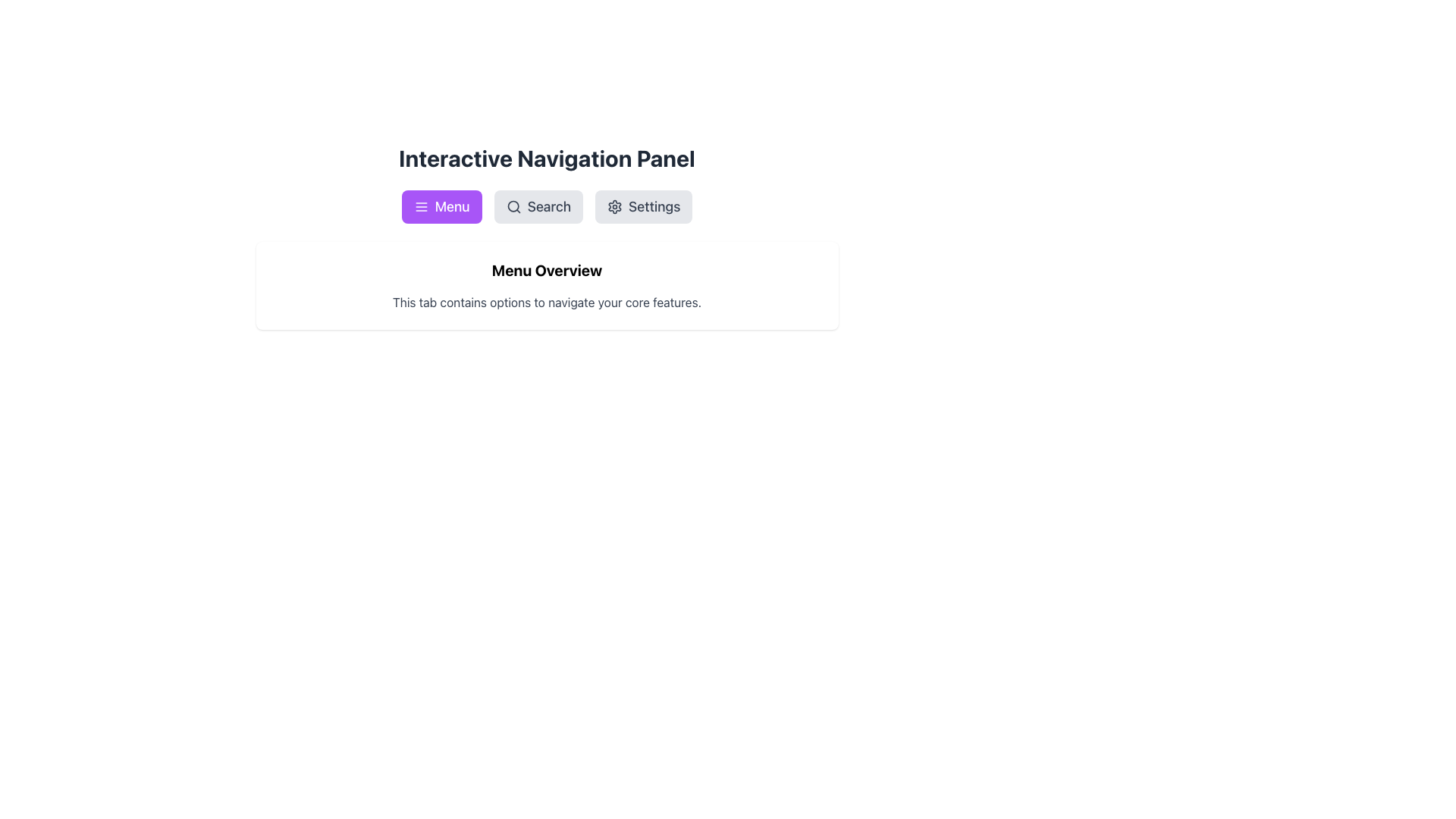 Image resolution: width=1456 pixels, height=819 pixels. Describe the element at coordinates (546, 286) in the screenshot. I see `the informational section titled 'Menu Overview', which contains a description about navigation options` at that location.